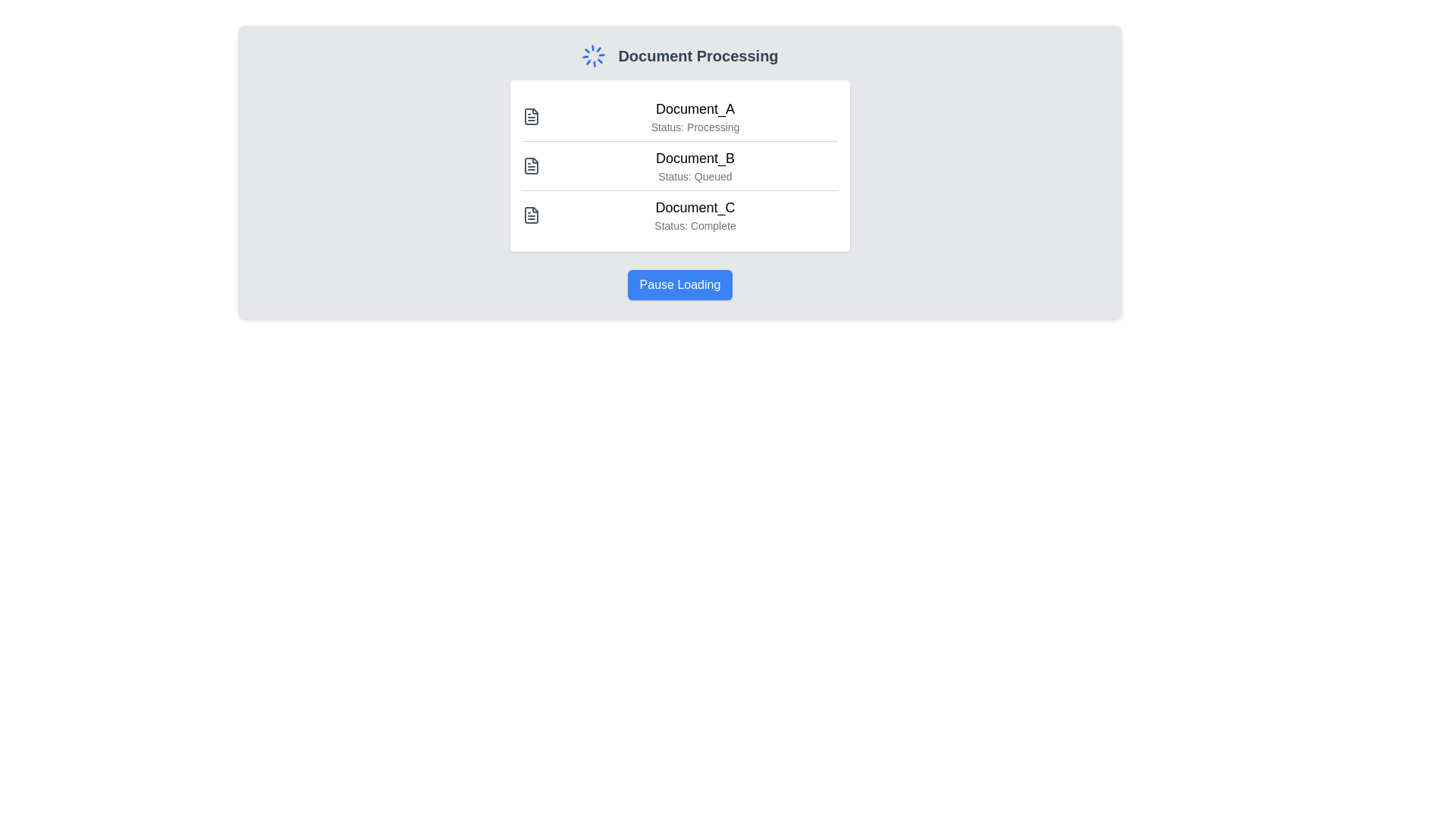  Describe the element at coordinates (694, 175) in the screenshot. I see `status information displayed by the text label indicating the state ('Queued') of the document titled 'Document_B', which is the second line of text under its title in the document list` at that location.